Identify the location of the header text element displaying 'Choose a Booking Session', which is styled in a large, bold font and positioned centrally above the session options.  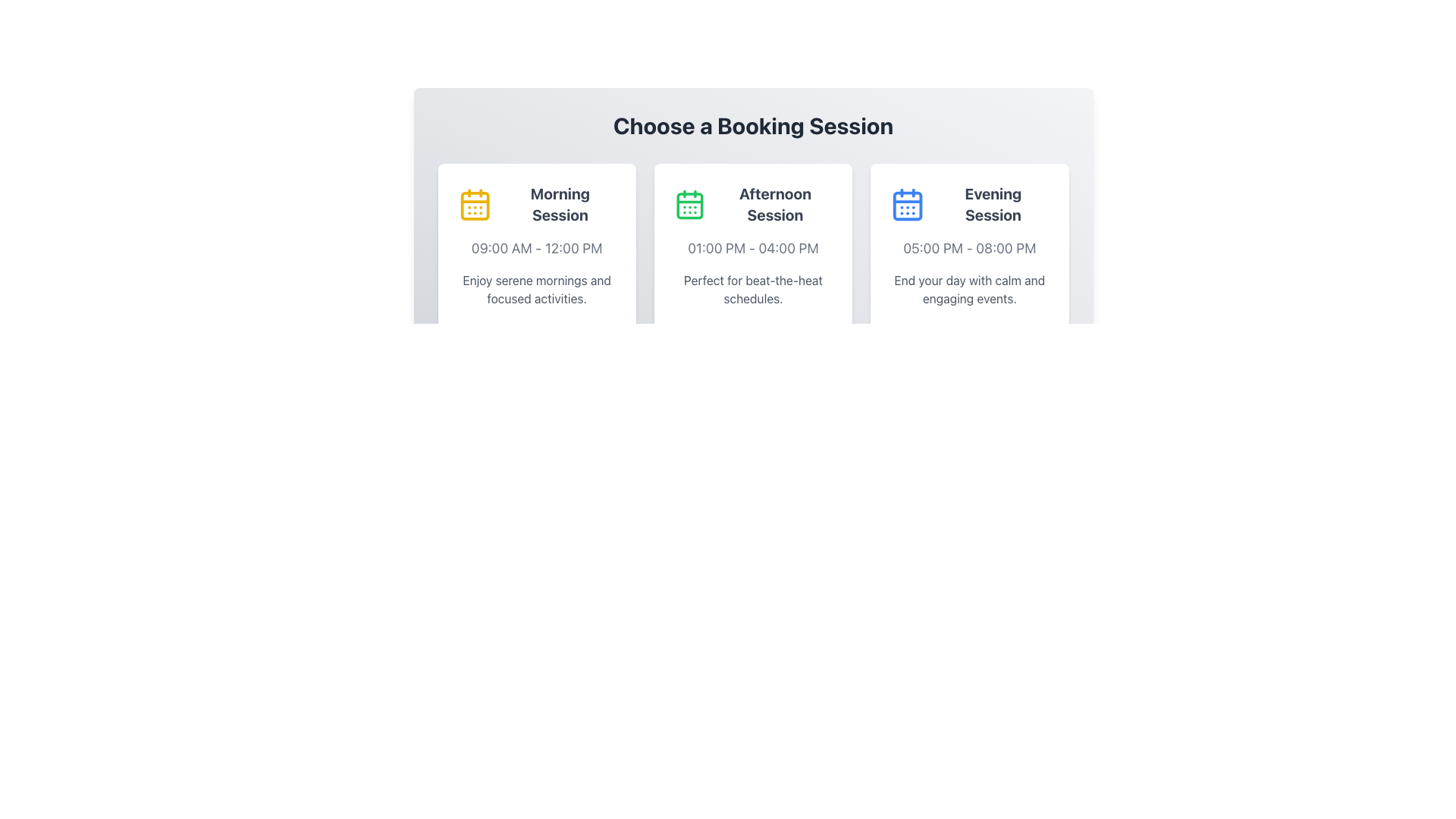
(753, 124).